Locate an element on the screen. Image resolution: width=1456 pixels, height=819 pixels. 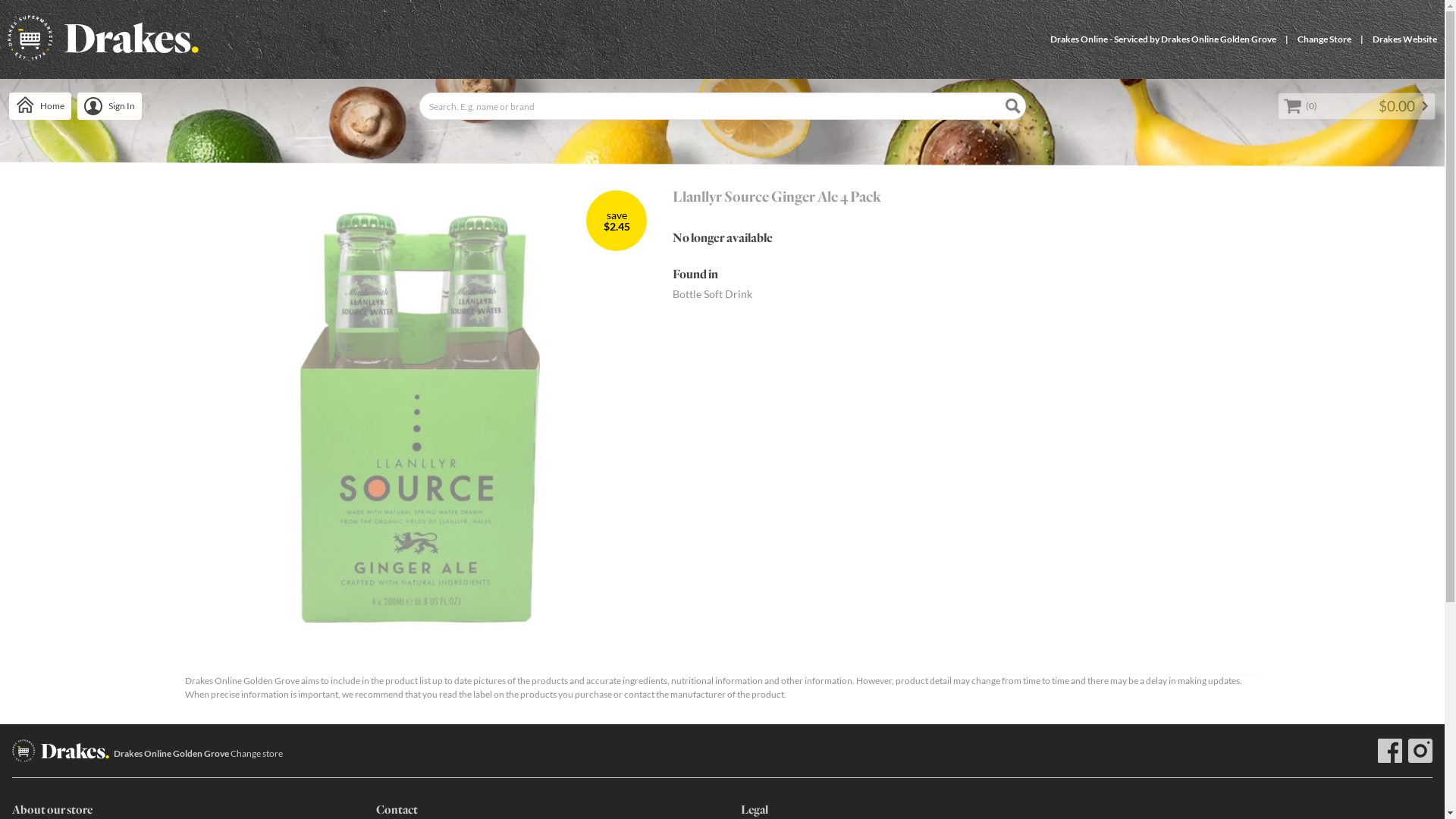
'Change Store' is located at coordinates (1323, 38).